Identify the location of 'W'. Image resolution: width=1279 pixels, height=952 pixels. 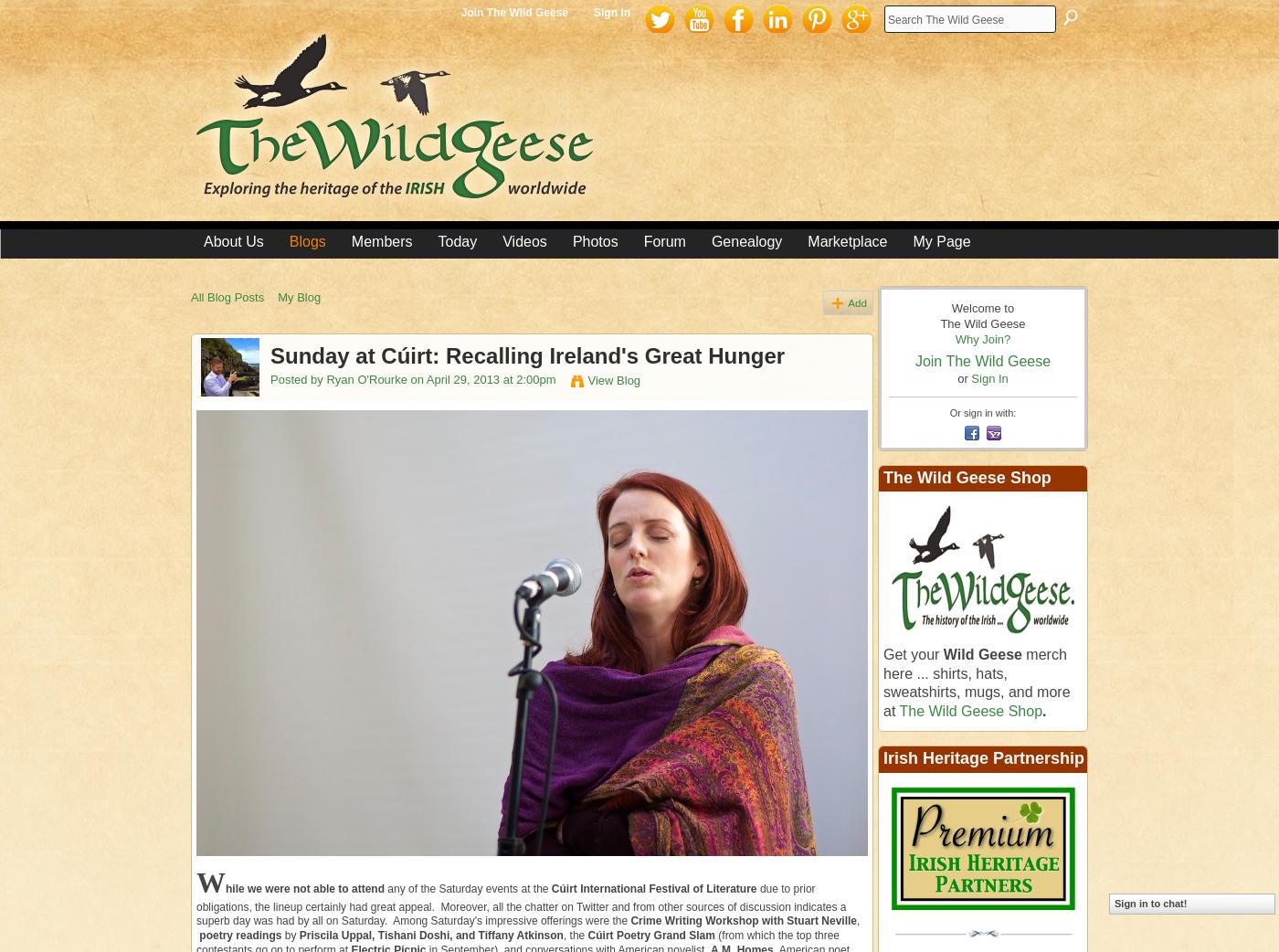
(211, 883).